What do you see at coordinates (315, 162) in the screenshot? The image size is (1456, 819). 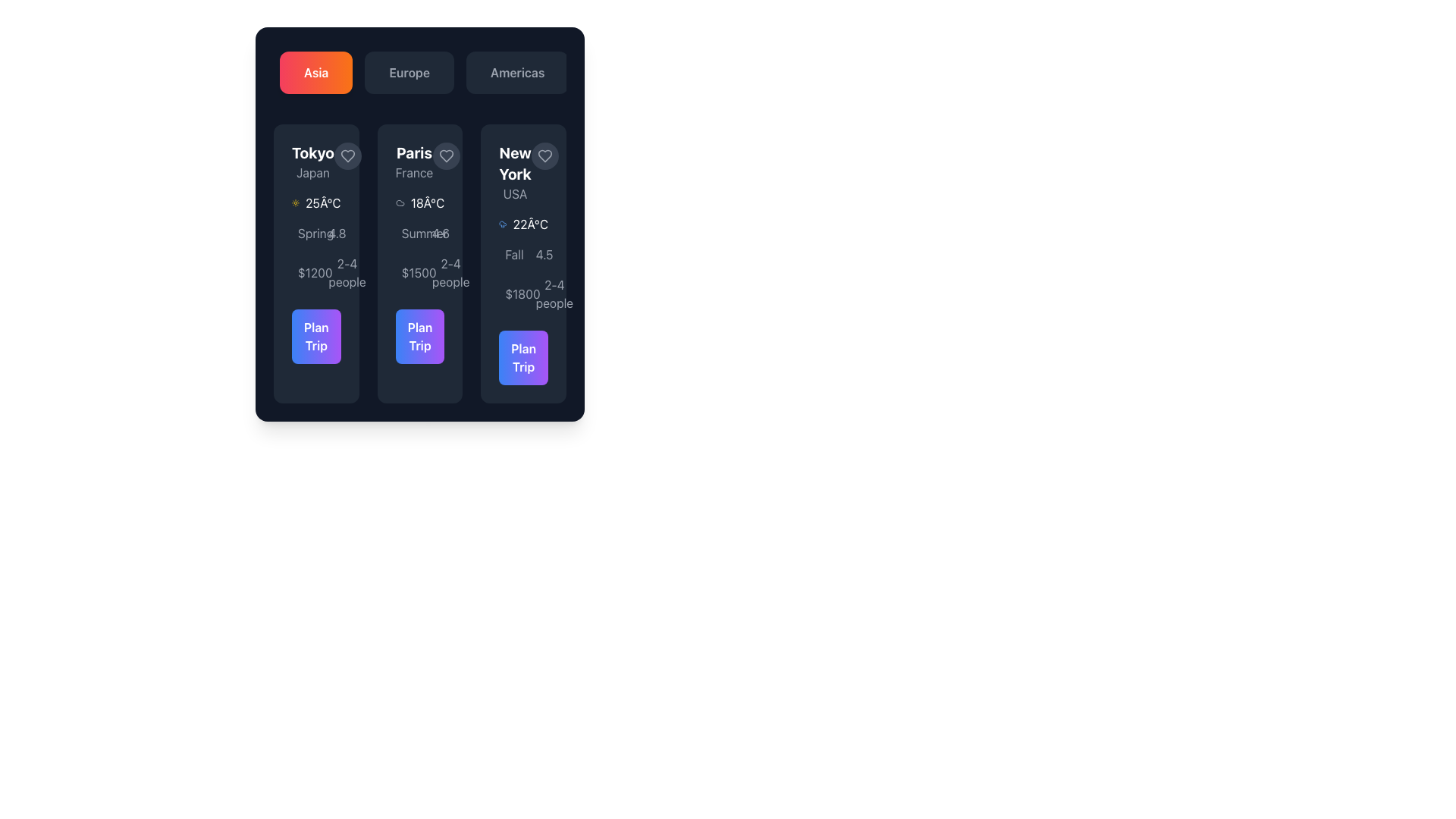 I see `the static text display showing 'Tokyo' in bold white and 'Japan' in gray, located at the top-left corner of the first card` at bounding box center [315, 162].